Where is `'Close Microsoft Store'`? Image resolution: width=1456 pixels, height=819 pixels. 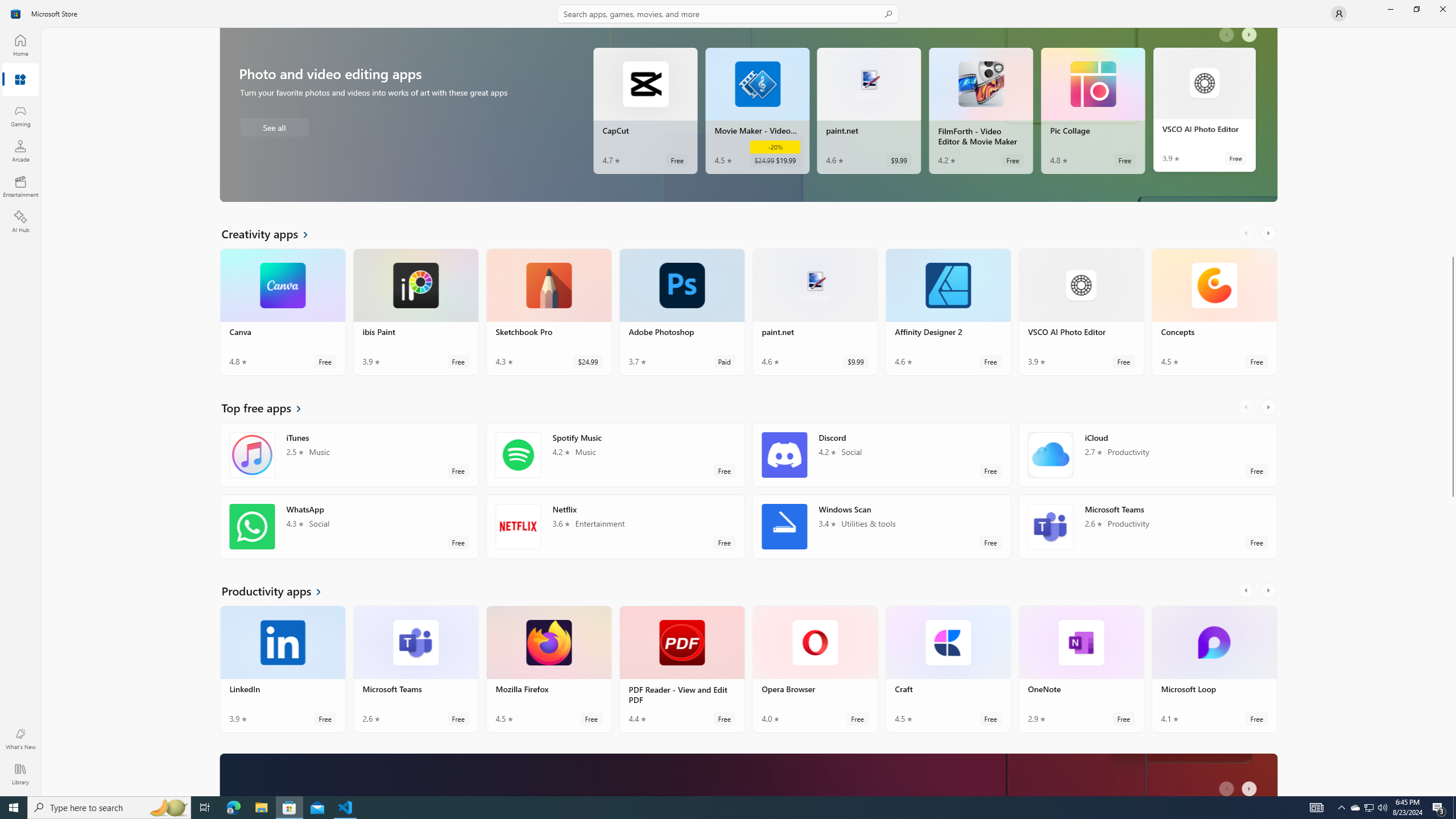 'Close Microsoft Store' is located at coordinates (1442, 9).